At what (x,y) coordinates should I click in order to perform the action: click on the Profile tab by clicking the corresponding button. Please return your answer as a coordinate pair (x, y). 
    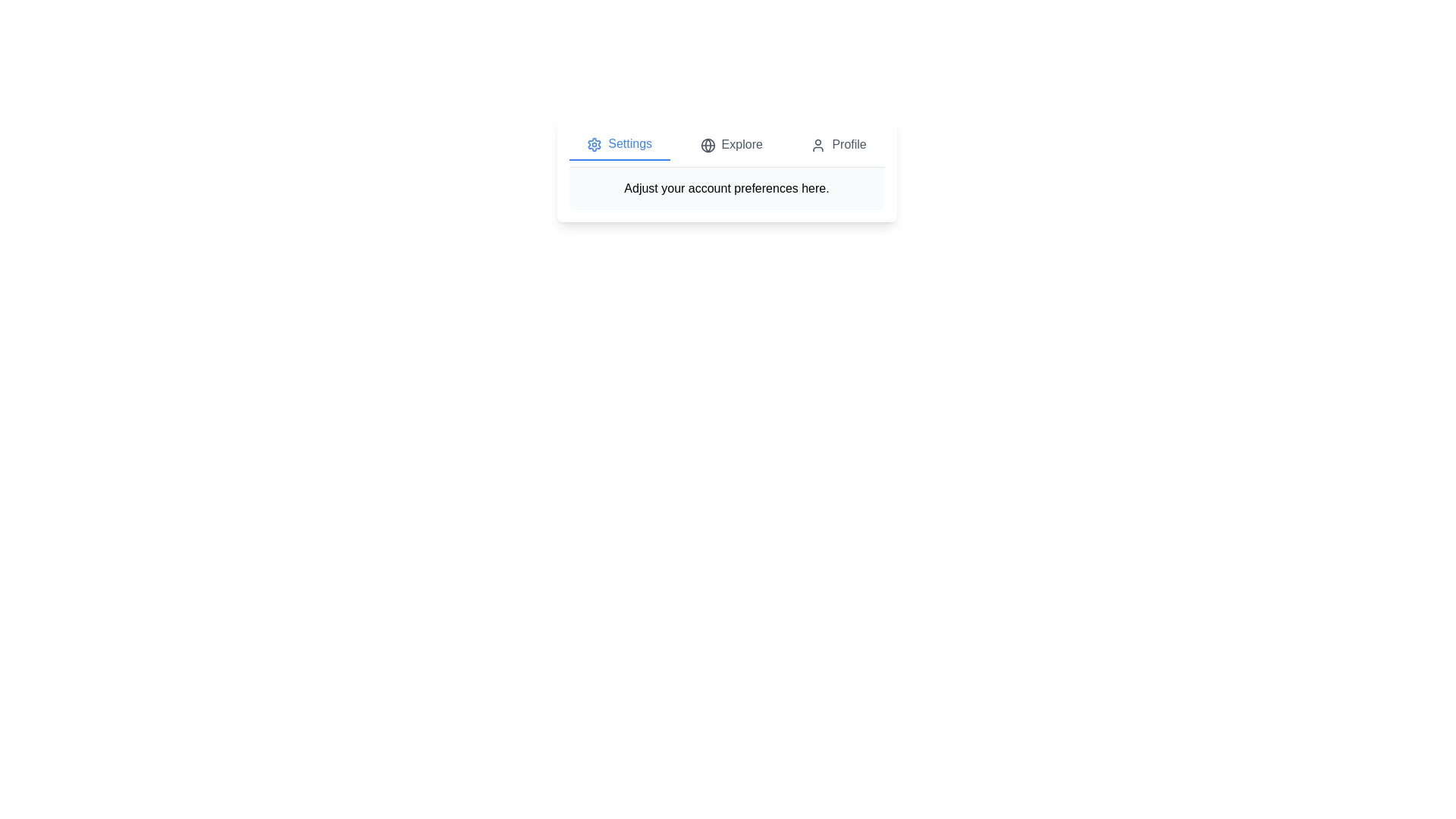
    Looking at the image, I should click on (838, 145).